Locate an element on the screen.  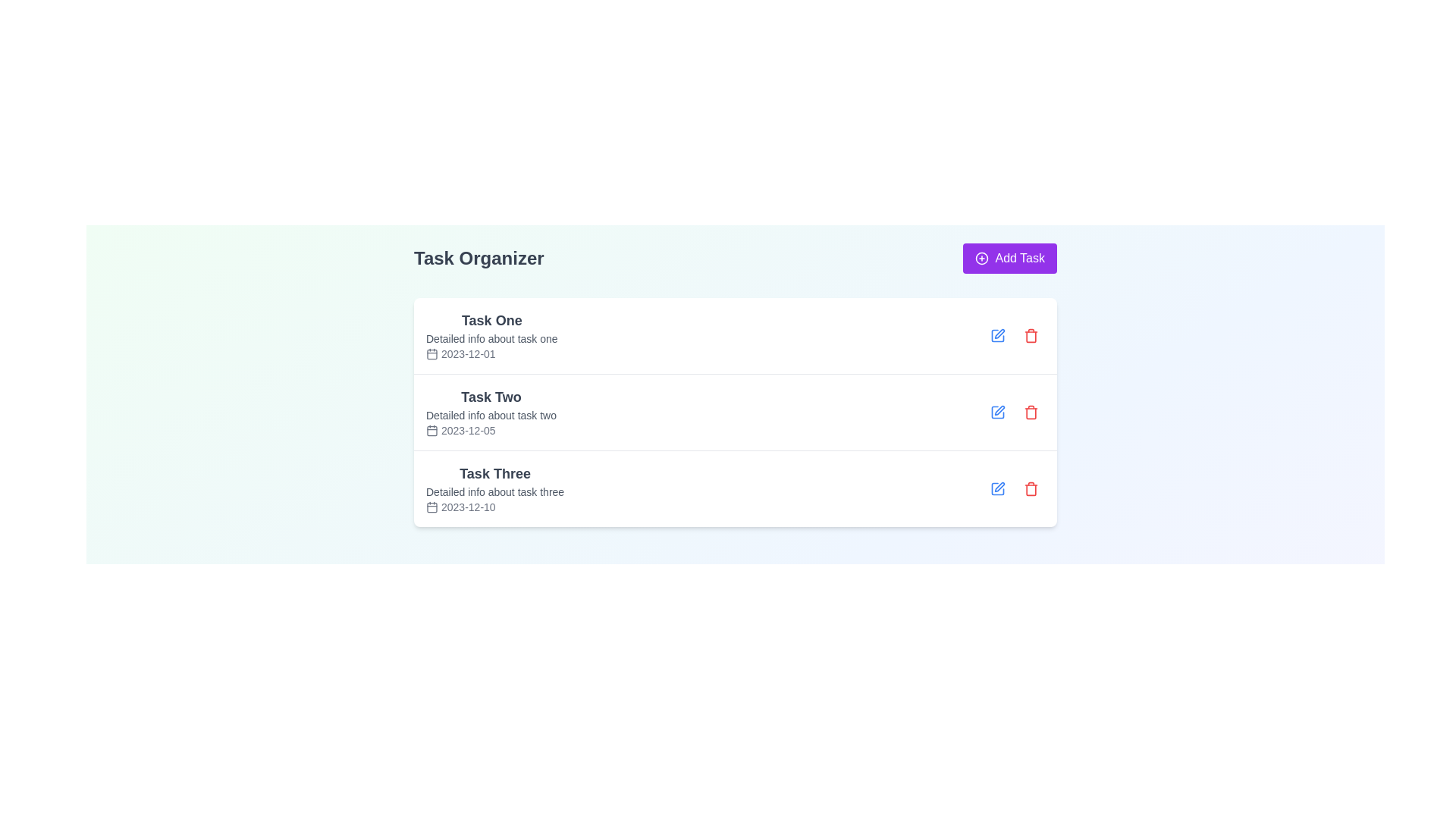
the heading text 'Task Three', which is styled as a bold, dark gray title for the associated task in the task list is located at coordinates (494, 472).